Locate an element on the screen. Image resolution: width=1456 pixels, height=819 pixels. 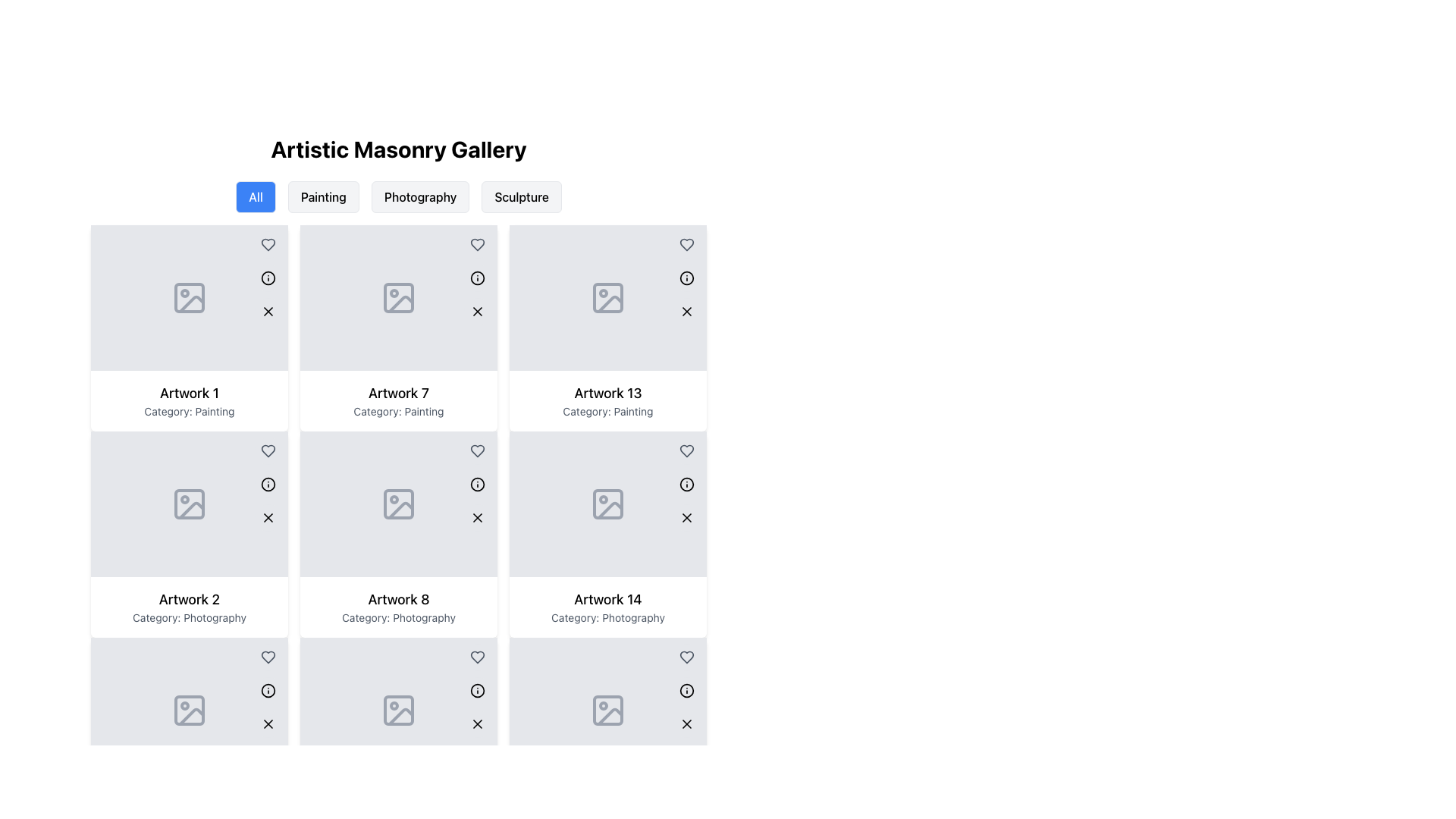
the 'Photography' category selector button, which is the third item in a row of four tabs, to filter items related to photography in the gallery is located at coordinates (420, 196).